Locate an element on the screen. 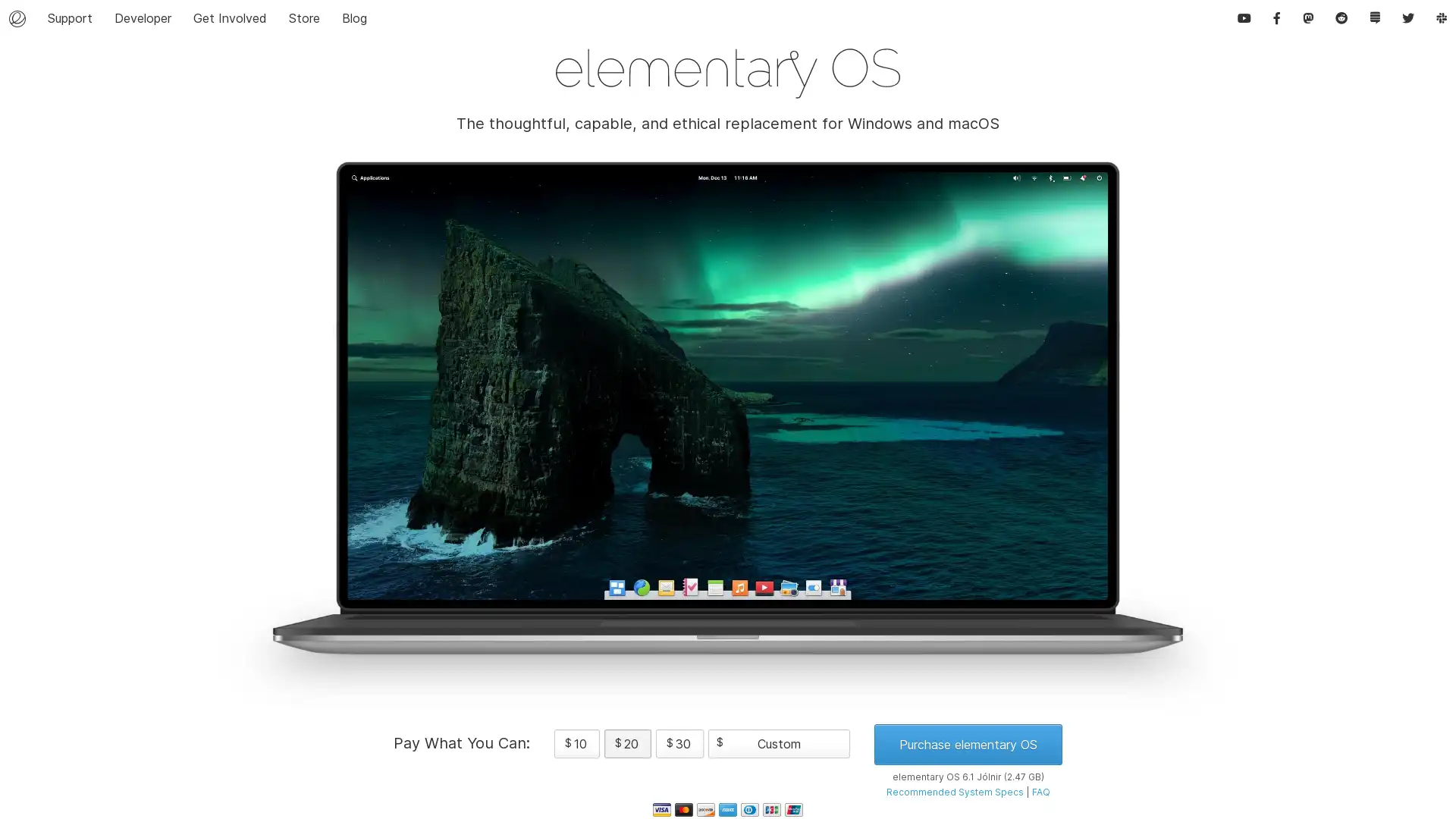 This screenshot has height=819, width=1456. $ 20 is located at coordinates (628, 742).